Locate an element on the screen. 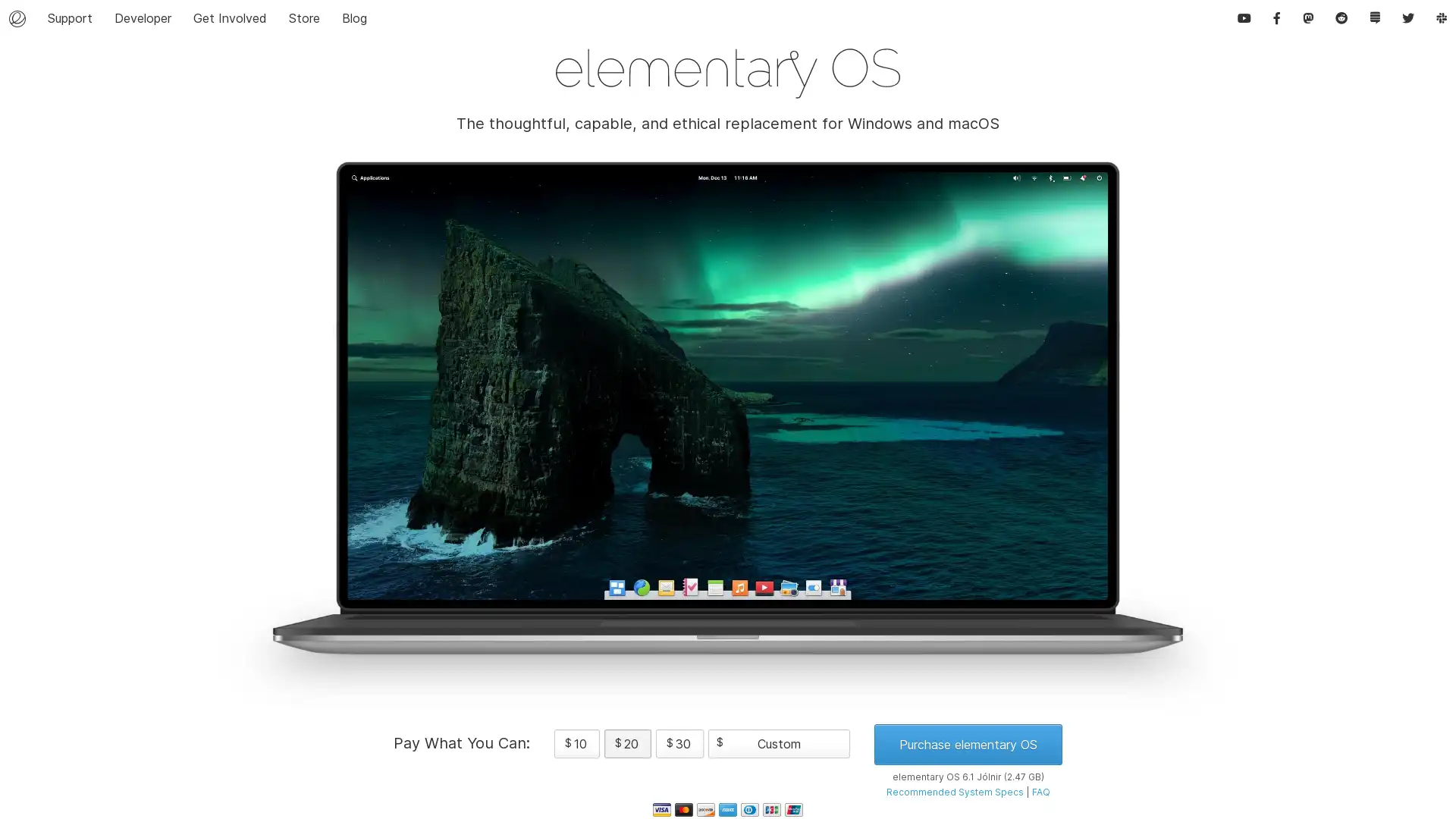 This screenshot has height=819, width=1456. $ 20 is located at coordinates (628, 742).